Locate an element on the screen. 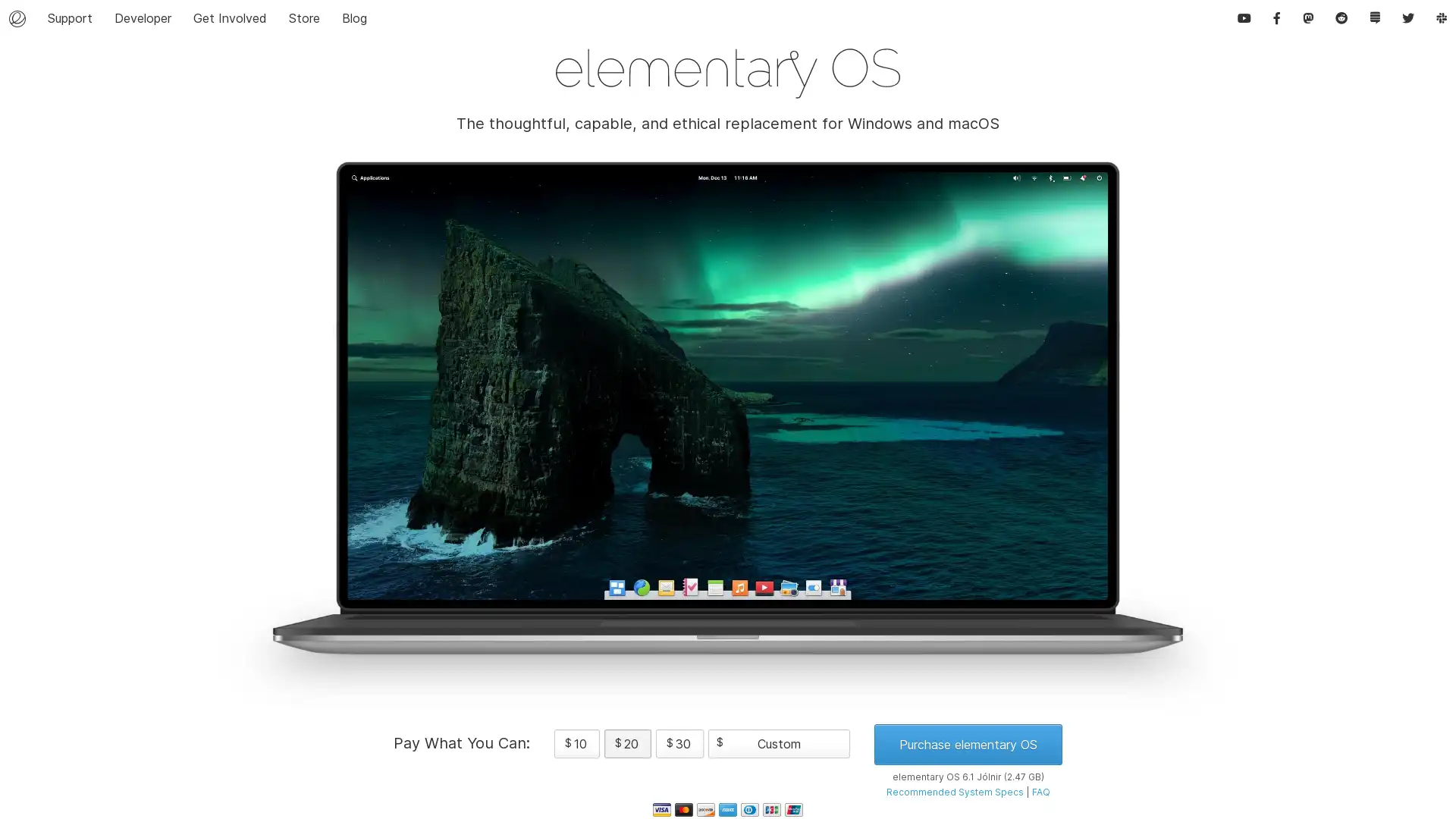 This screenshot has height=819, width=1456. $ 20 is located at coordinates (628, 742).